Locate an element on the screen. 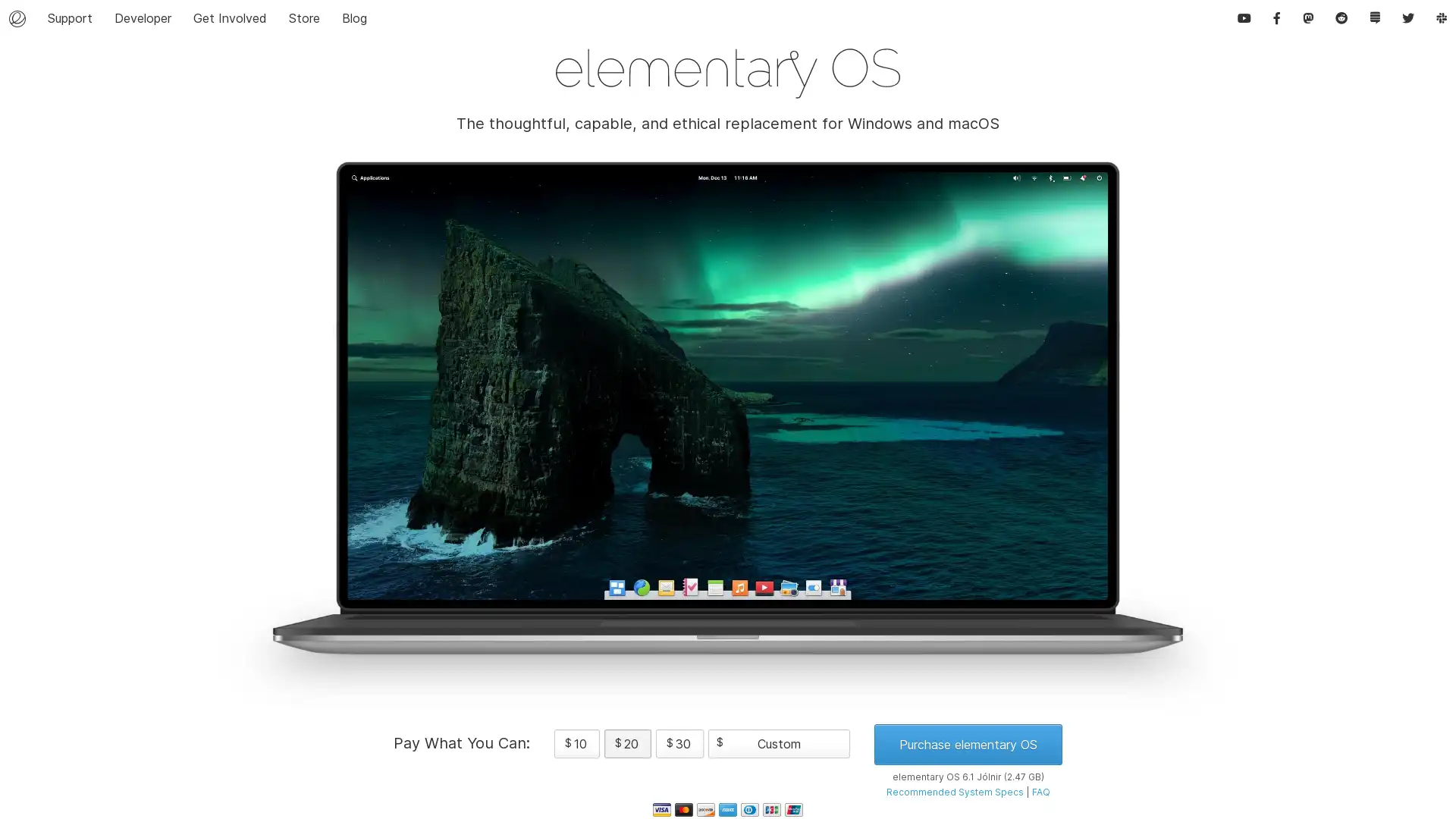 This screenshot has height=819, width=1456. $ 20 is located at coordinates (628, 742).